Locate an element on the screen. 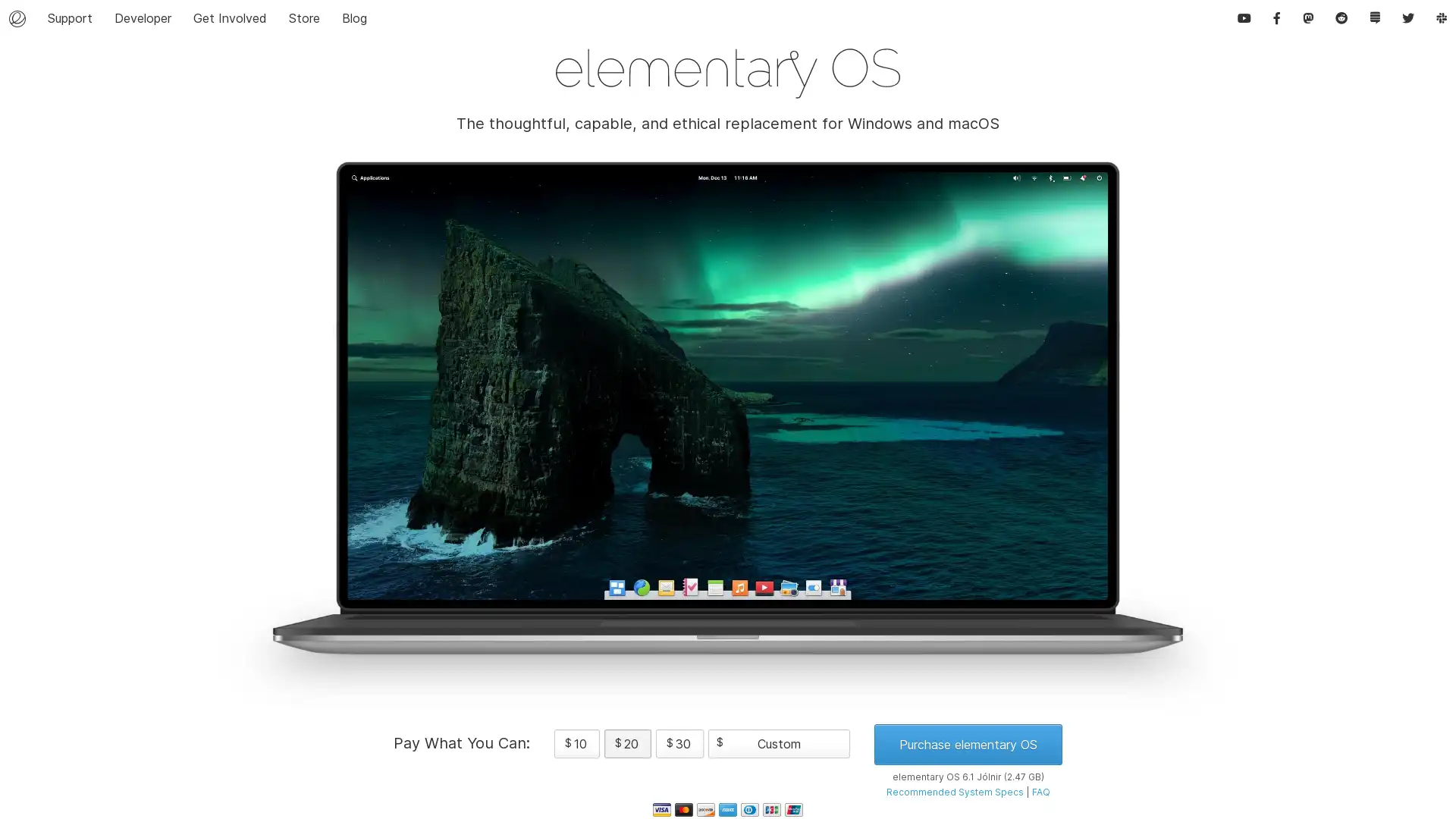 This screenshot has height=819, width=1456. $ 20 is located at coordinates (628, 742).